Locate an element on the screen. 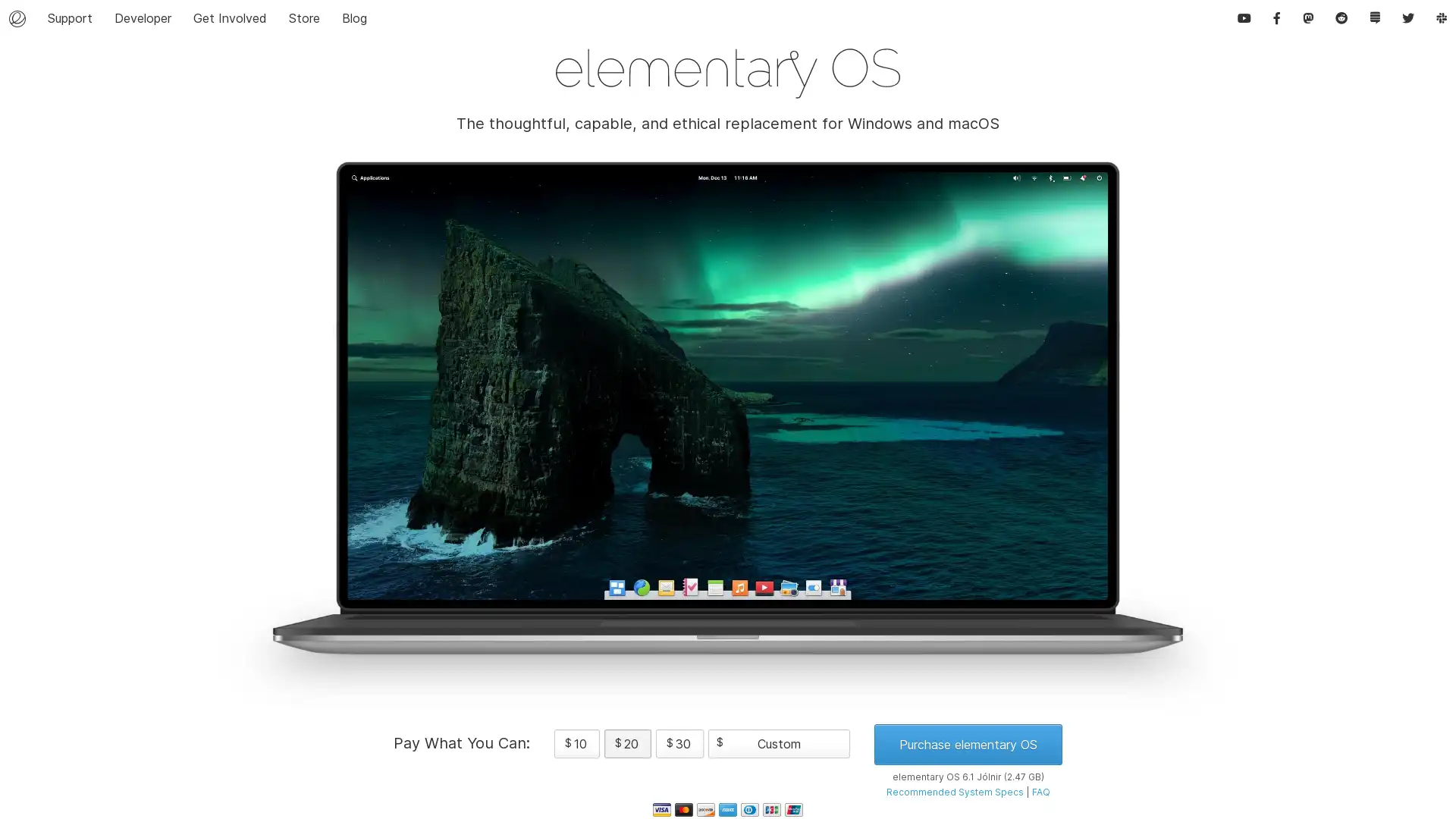 This screenshot has height=819, width=1456. $ 20 is located at coordinates (628, 742).